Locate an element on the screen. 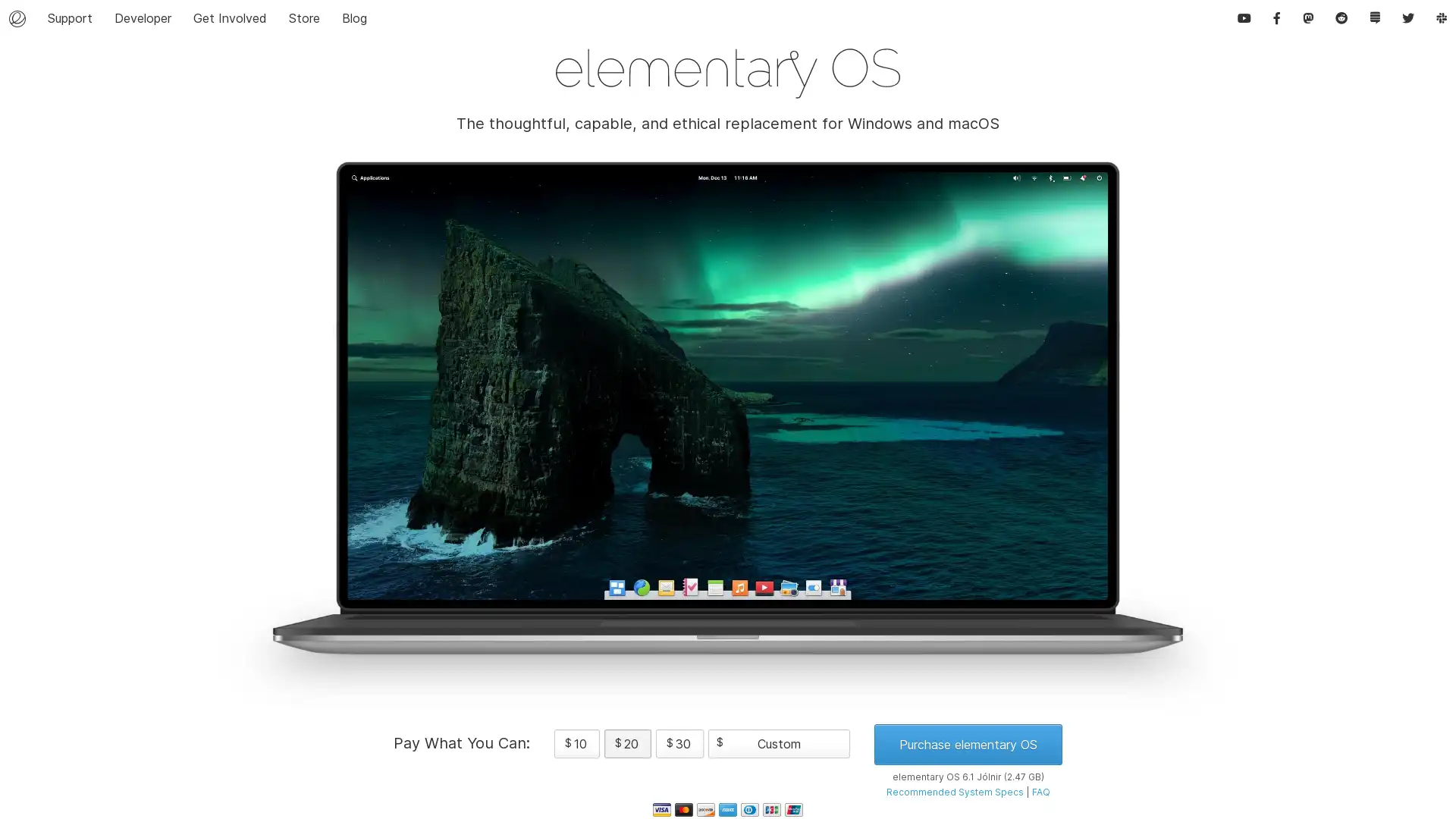 This screenshot has height=819, width=1456. $ 20 is located at coordinates (628, 742).